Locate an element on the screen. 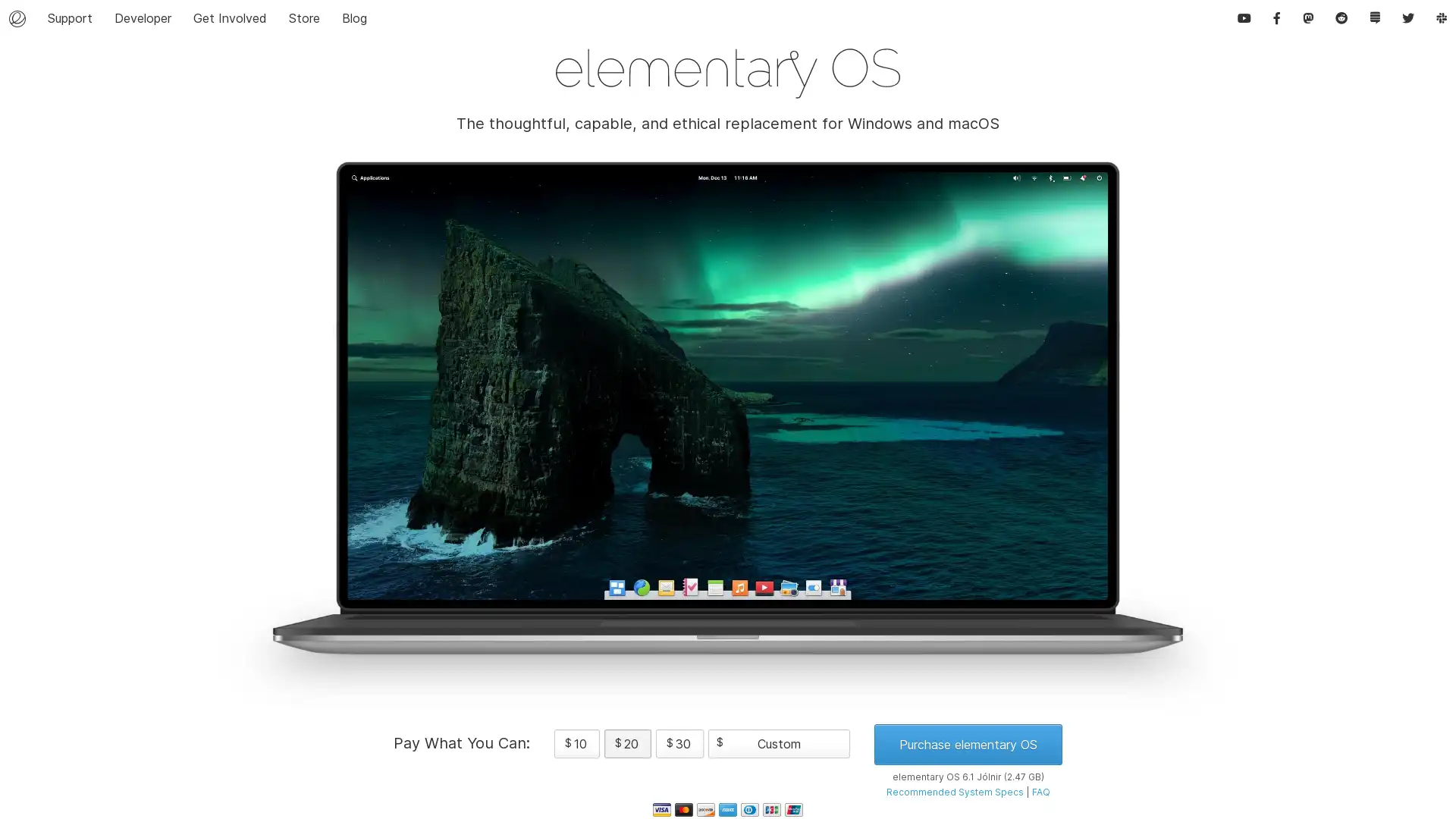 This screenshot has height=819, width=1456. $ 20 is located at coordinates (628, 742).